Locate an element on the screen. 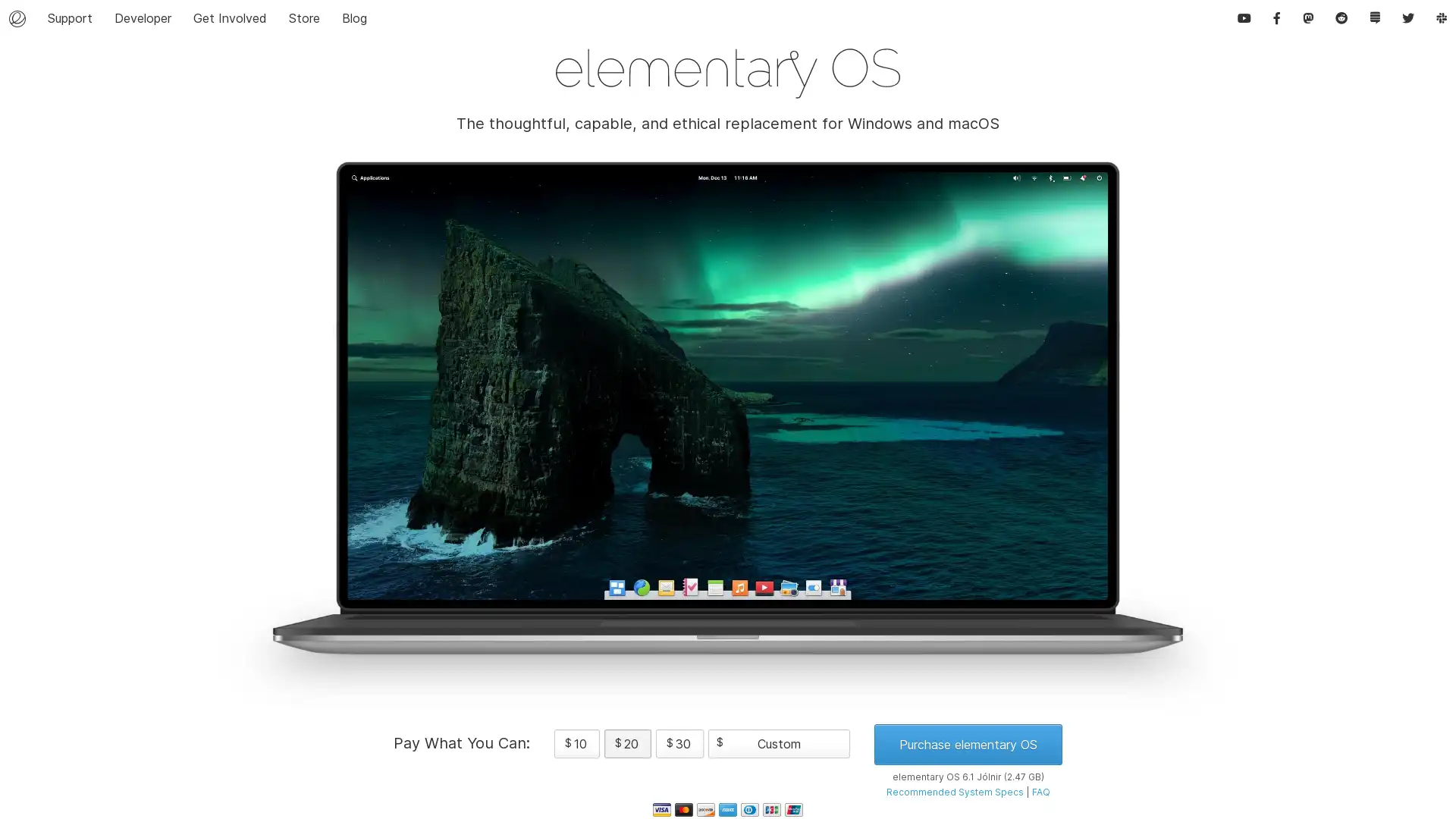 This screenshot has height=819, width=1456. $ 20 is located at coordinates (628, 742).